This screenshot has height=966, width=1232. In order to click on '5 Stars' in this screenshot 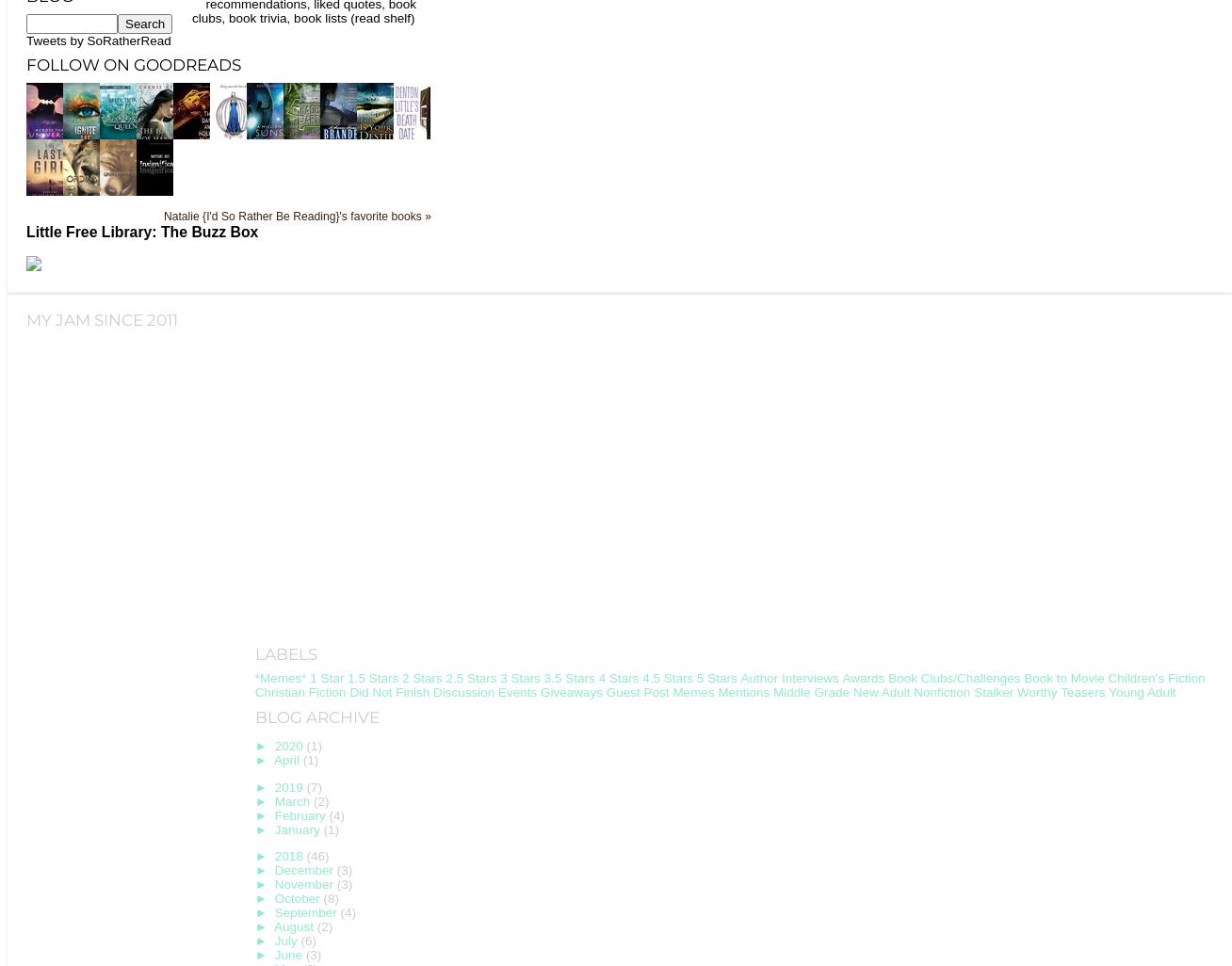, I will do `click(715, 678)`.